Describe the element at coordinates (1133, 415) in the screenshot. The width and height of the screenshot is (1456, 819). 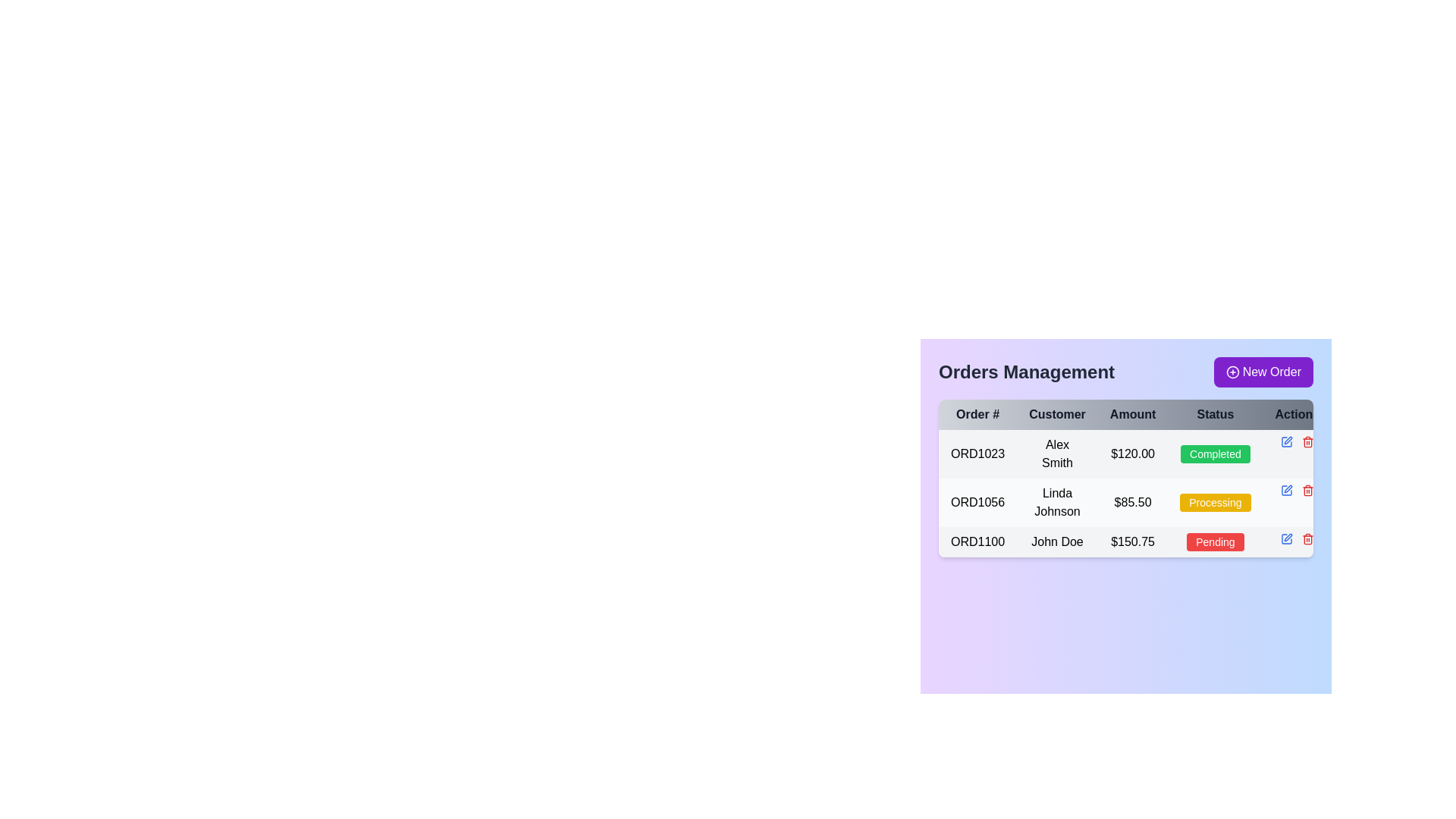
I see `the 'Amount' text label, which is a bold, black font located in the third column header of a table, situated between 'Customer' and 'Status'` at that location.